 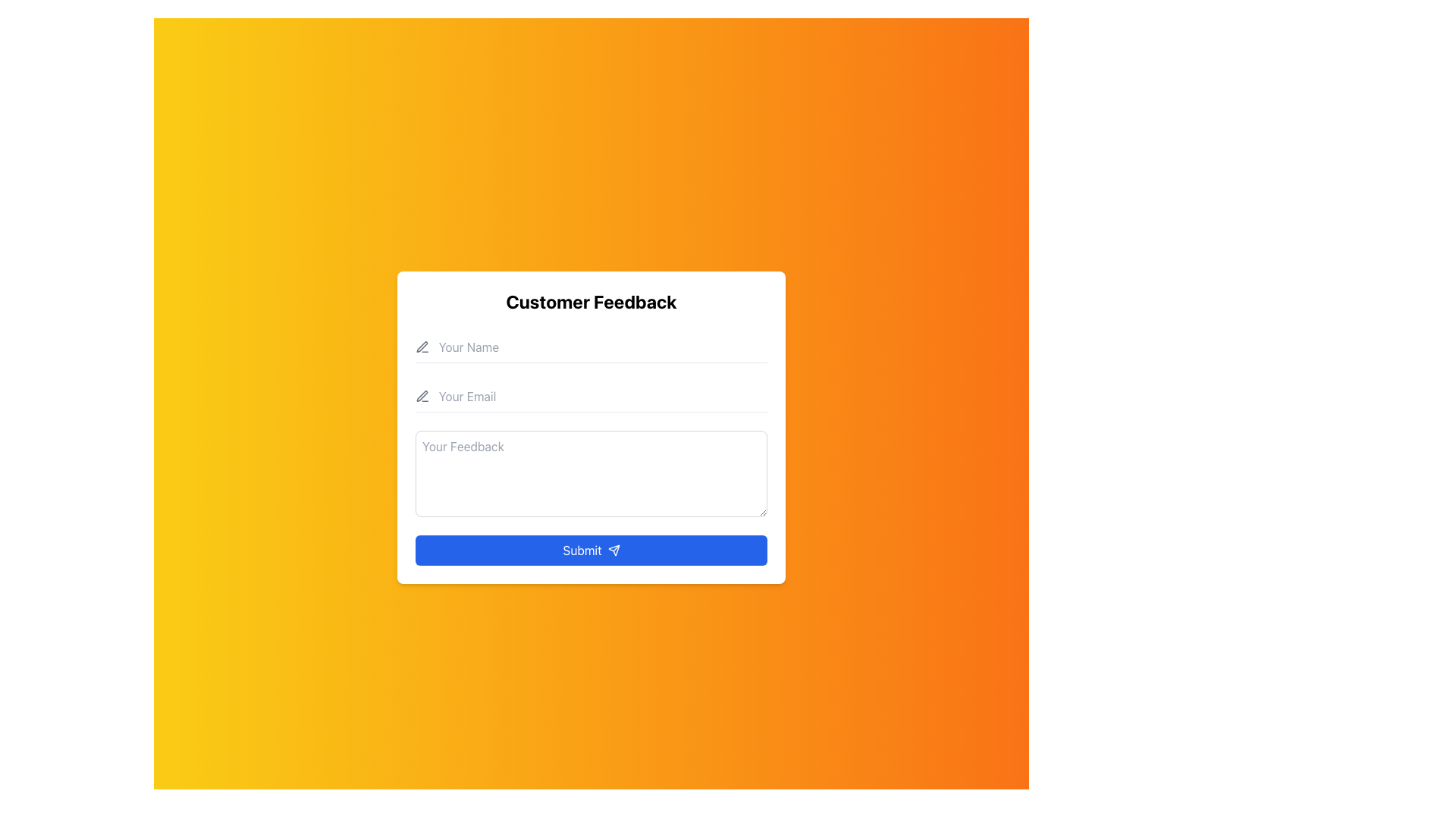 What do you see at coordinates (422, 396) in the screenshot?
I see `the decorative icon located at the top-left corner of the 'Your Email' input field` at bounding box center [422, 396].